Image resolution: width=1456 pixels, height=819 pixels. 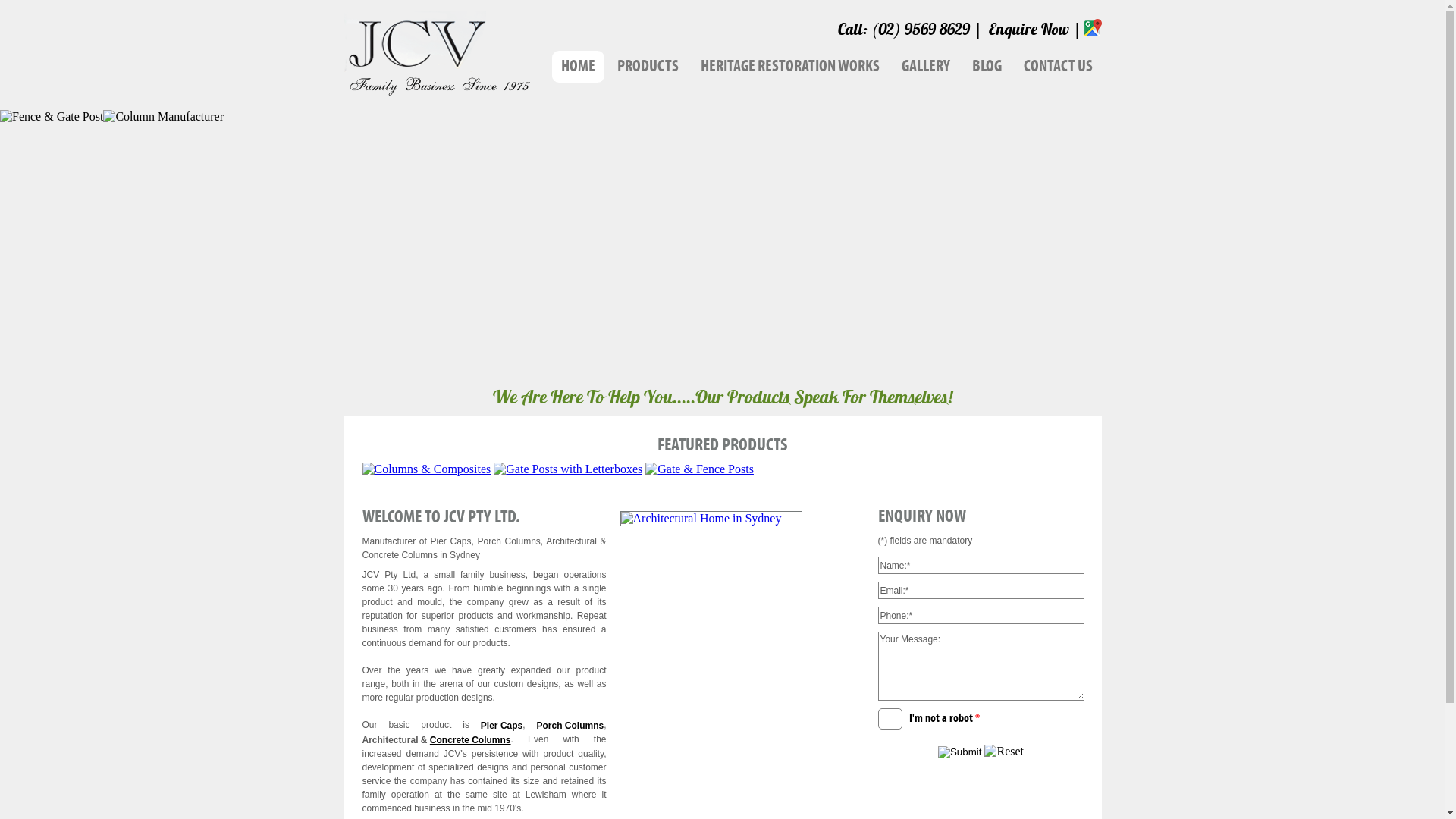 I want to click on 'email', so click(x=877, y=589).